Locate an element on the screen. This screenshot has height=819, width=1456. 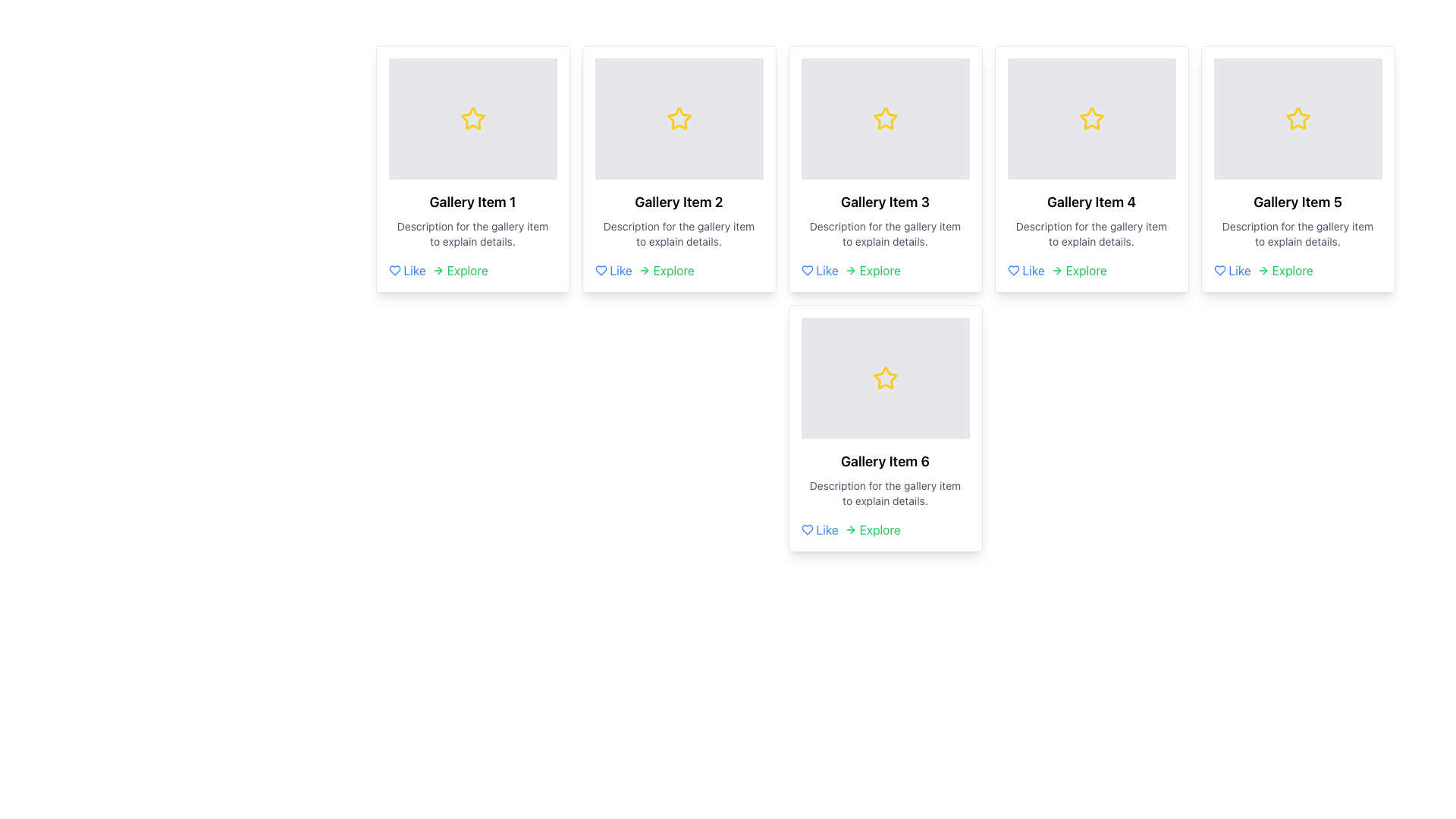
the hyperlink with an icon located in the lower section of the 'Gallery Item 4' card, positioned just below the descriptive text and to the right of the 'Like' link is located at coordinates (1078, 270).